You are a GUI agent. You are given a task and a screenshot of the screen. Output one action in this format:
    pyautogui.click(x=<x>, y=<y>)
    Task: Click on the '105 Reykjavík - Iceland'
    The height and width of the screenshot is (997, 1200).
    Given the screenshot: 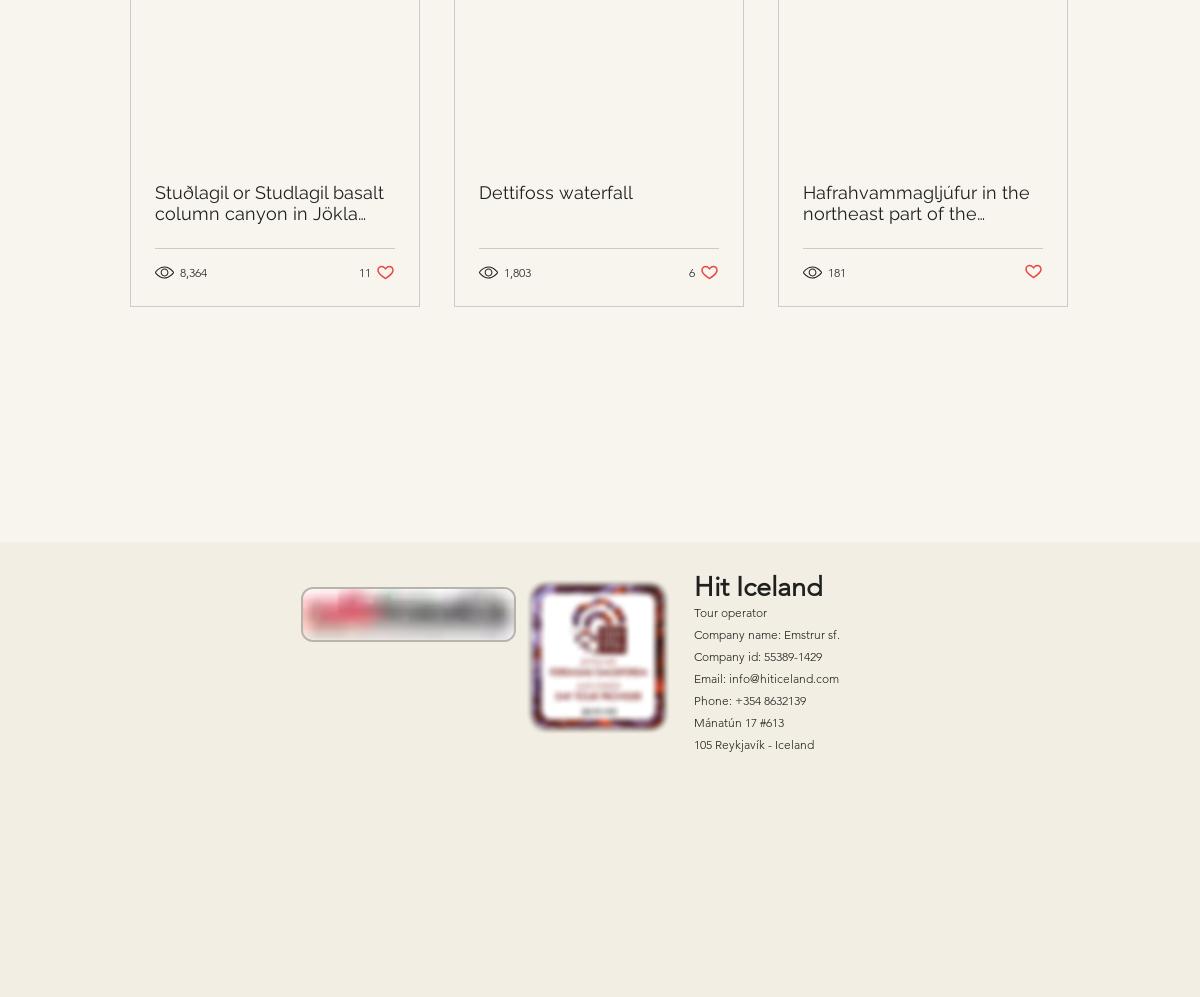 What is the action you would take?
    pyautogui.click(x=752, y=743)
    